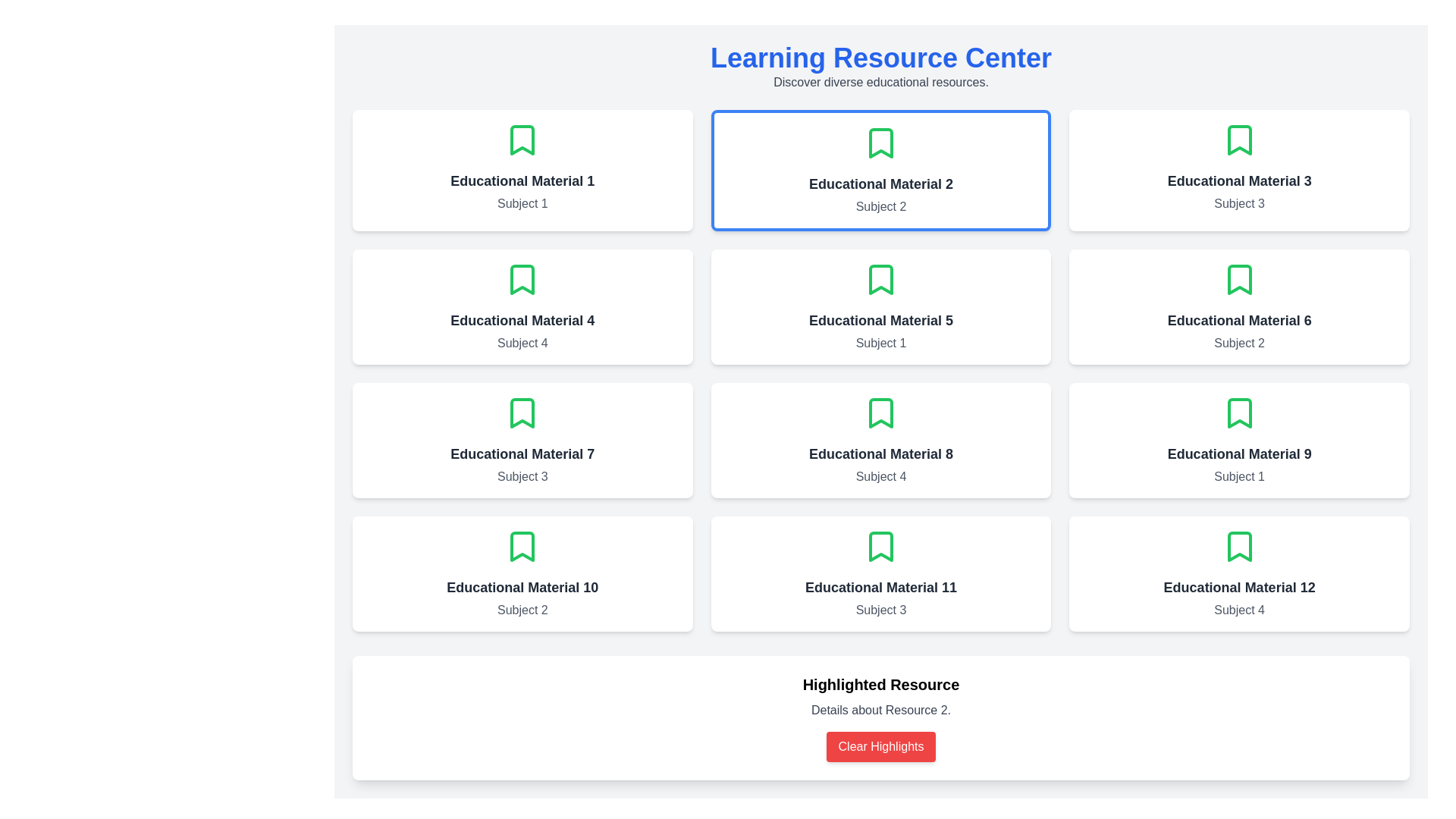  Describe the element at coordinates (522, 180) in the screenshot. I see `the bold, centered static text label reading 'Educational Material 1' which is styled in a large gray font and located in the top-left corner of the grid layout` at that location.